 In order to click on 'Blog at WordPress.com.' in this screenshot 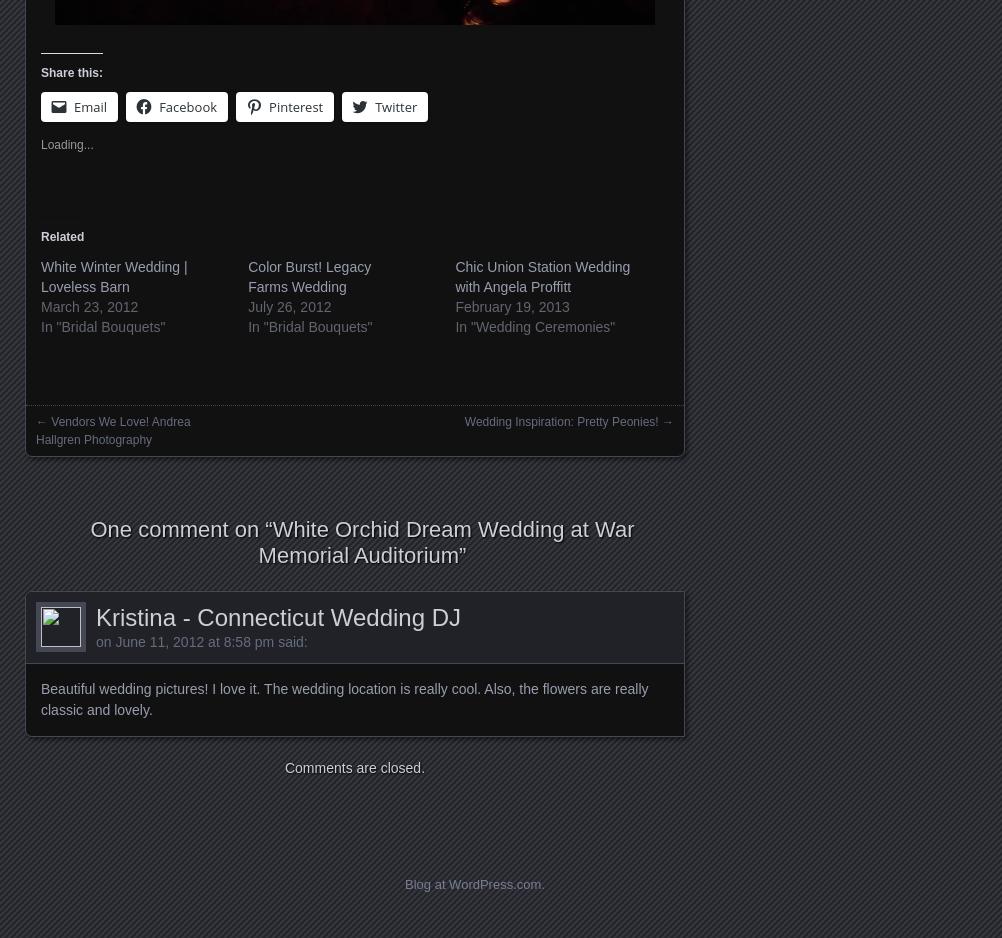, I will do `click(405, 884)`.